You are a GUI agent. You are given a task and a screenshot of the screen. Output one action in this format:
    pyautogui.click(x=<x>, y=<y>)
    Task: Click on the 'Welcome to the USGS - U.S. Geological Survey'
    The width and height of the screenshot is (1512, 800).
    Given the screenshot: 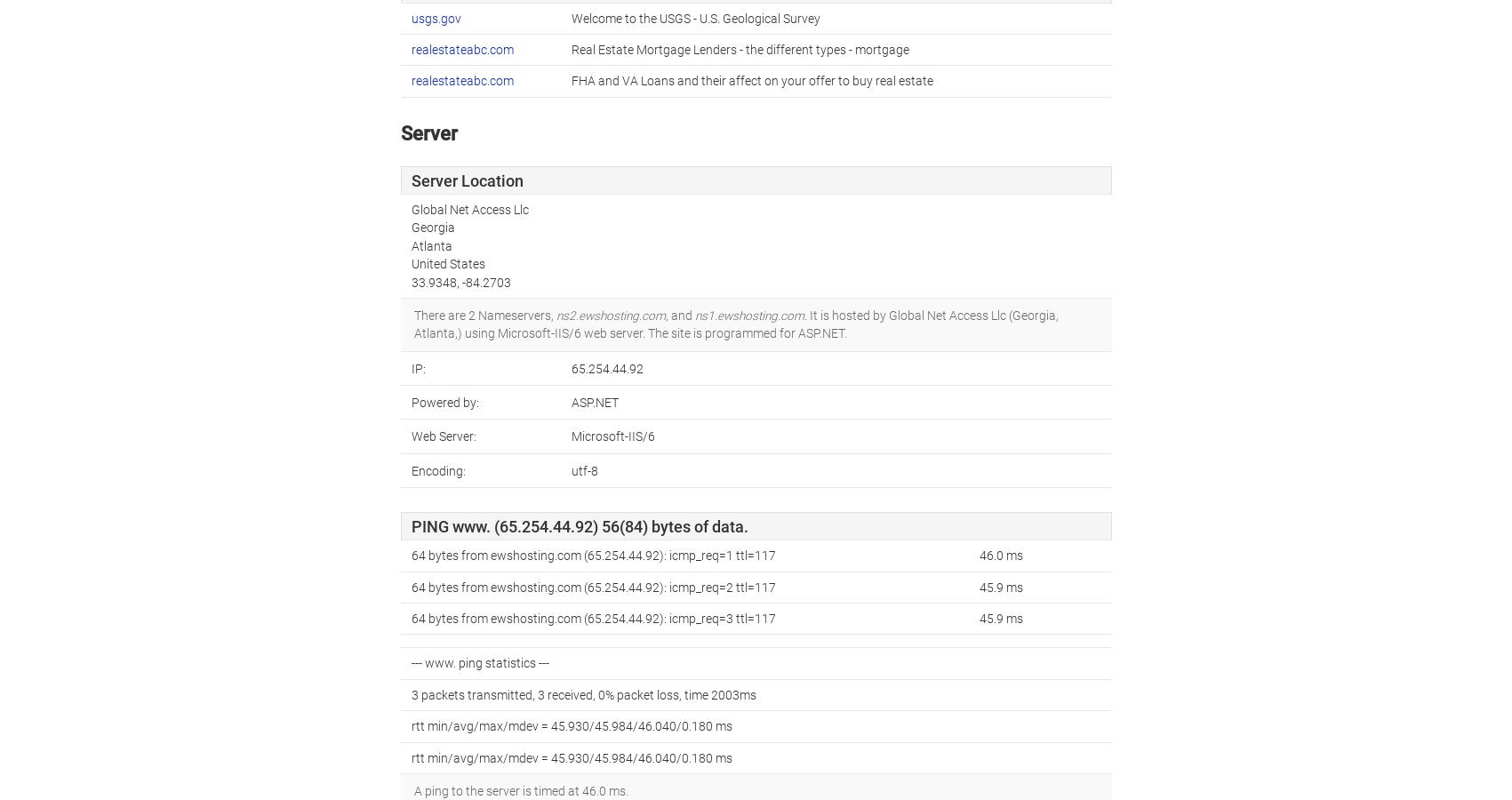 What is the action you would take?
    pyautogui.click(x=569, y=16)
    